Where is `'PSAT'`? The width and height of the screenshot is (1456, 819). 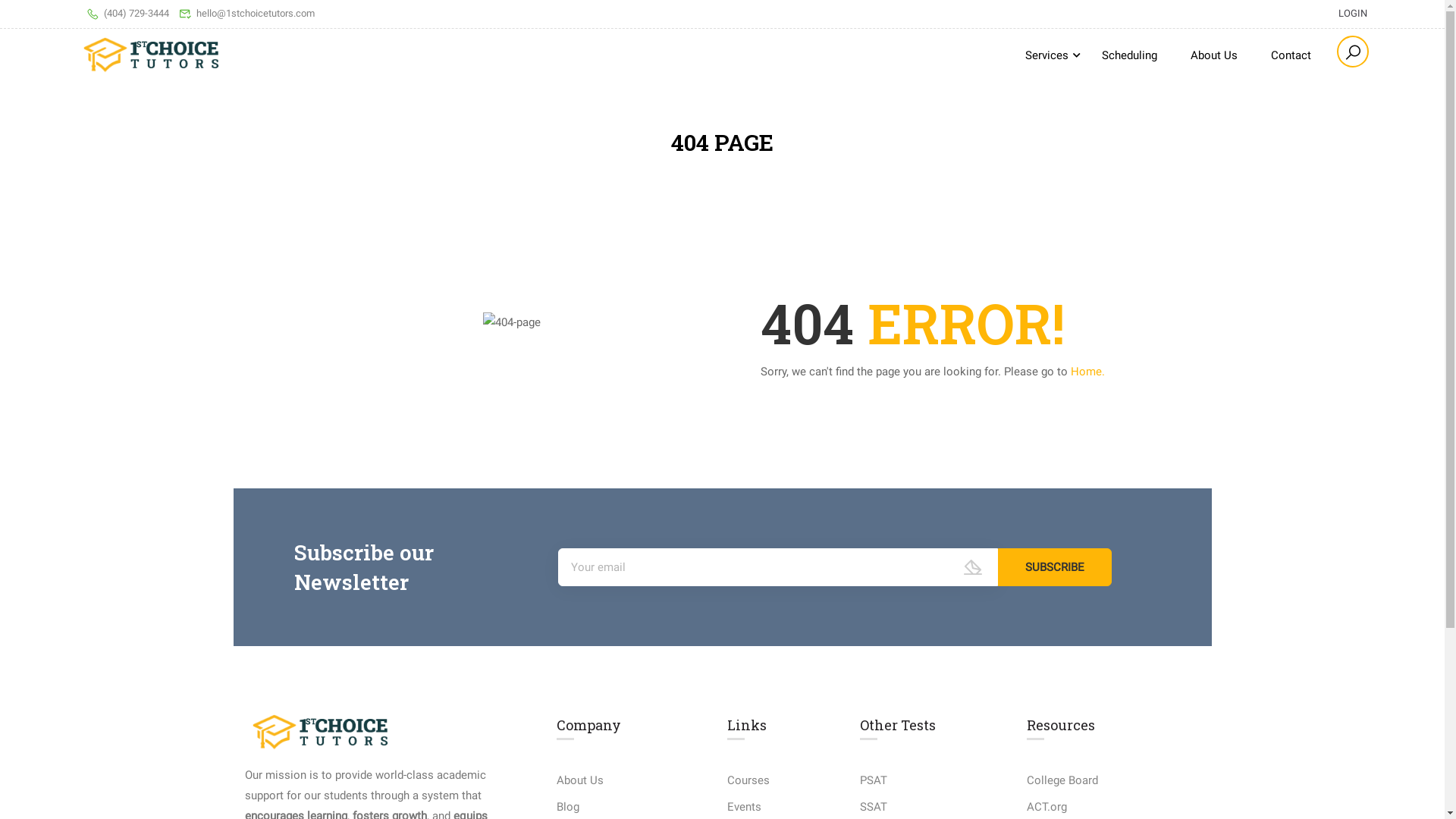 'PSAT' is located at coordinates (859, 780).